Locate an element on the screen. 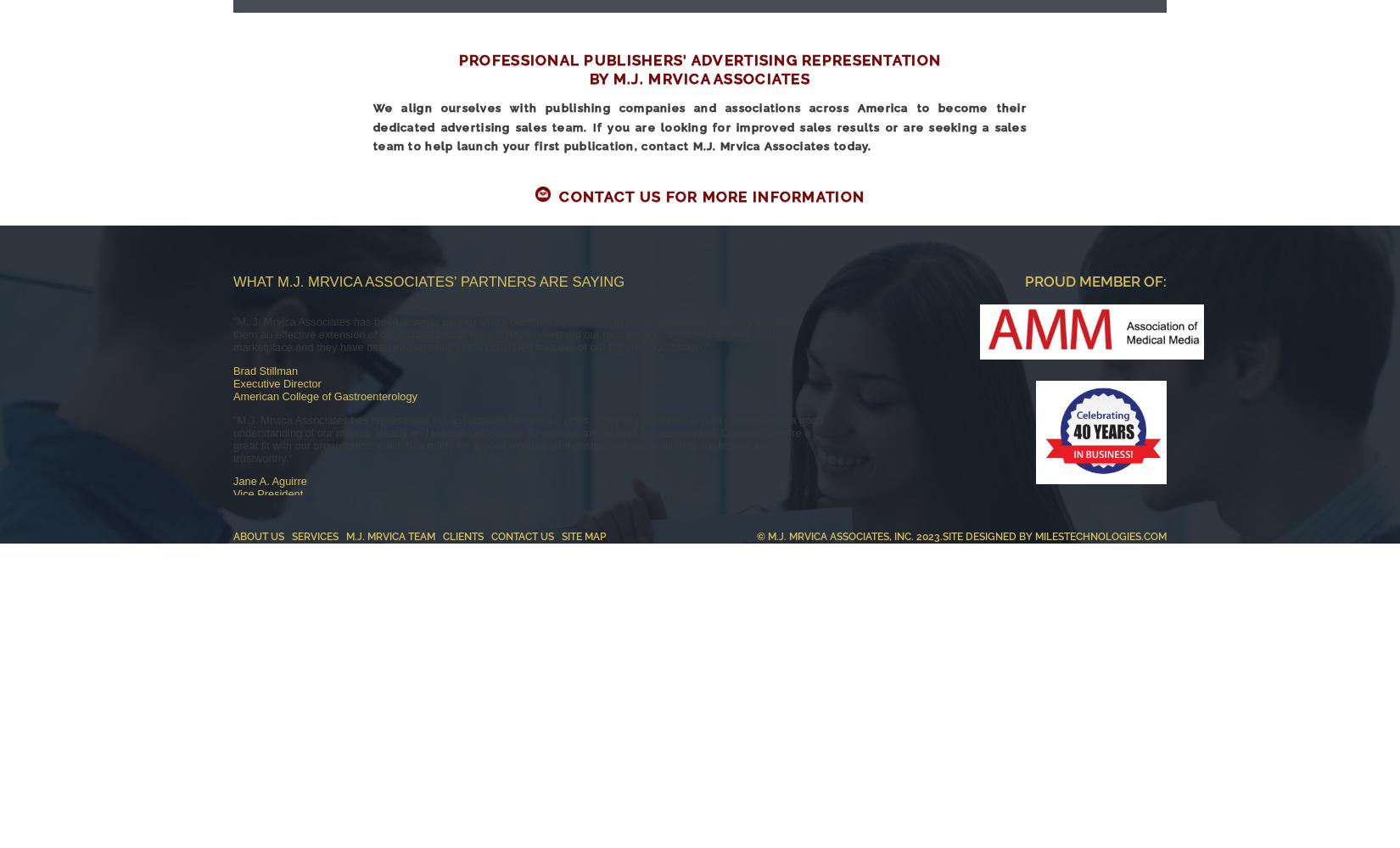 The image size is (1400, 848). 'Contact Us' is located at coordinates (521, 536).